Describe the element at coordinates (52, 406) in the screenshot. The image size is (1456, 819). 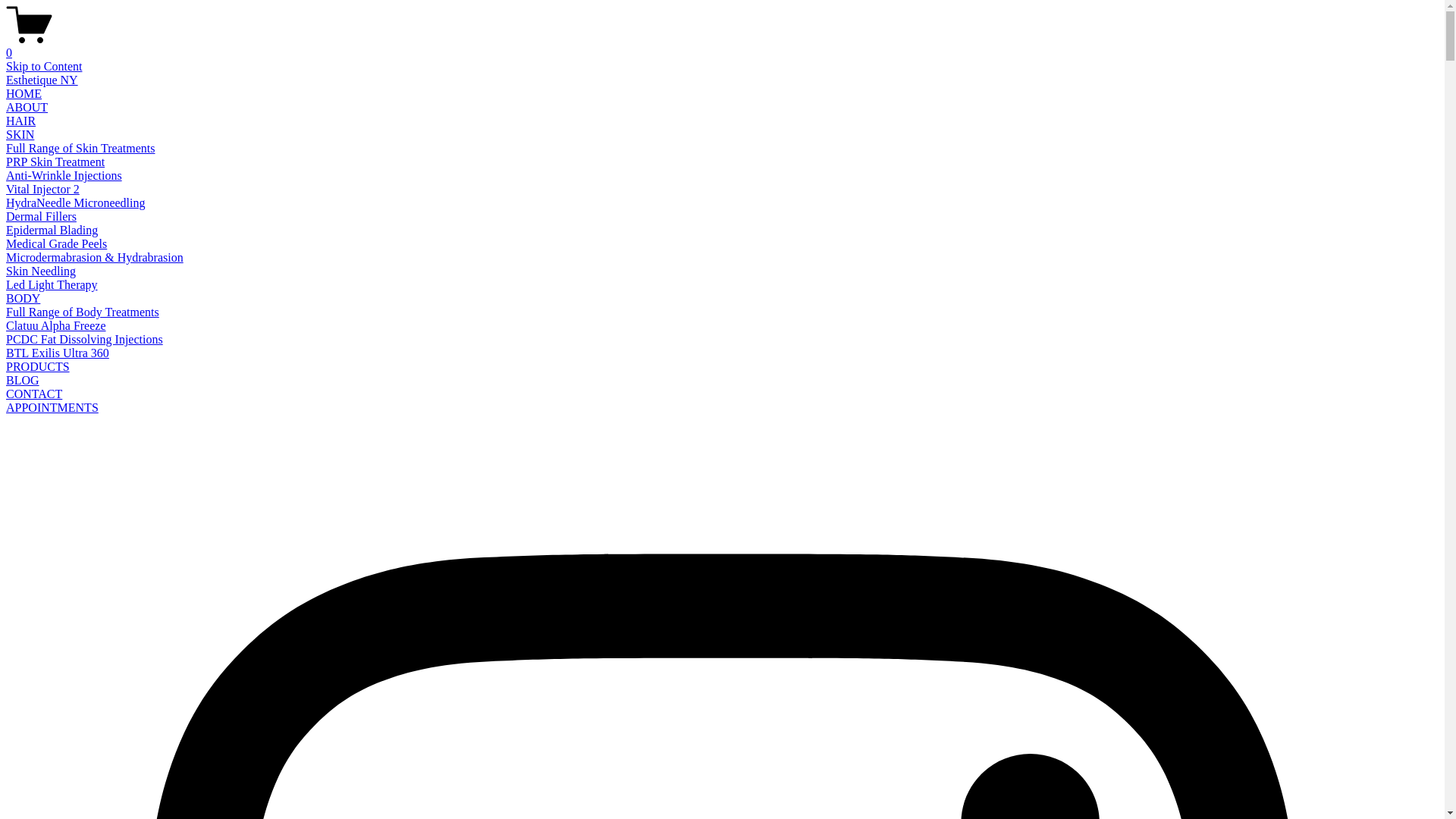
I see `'APPOINTMENTS'` at that location.